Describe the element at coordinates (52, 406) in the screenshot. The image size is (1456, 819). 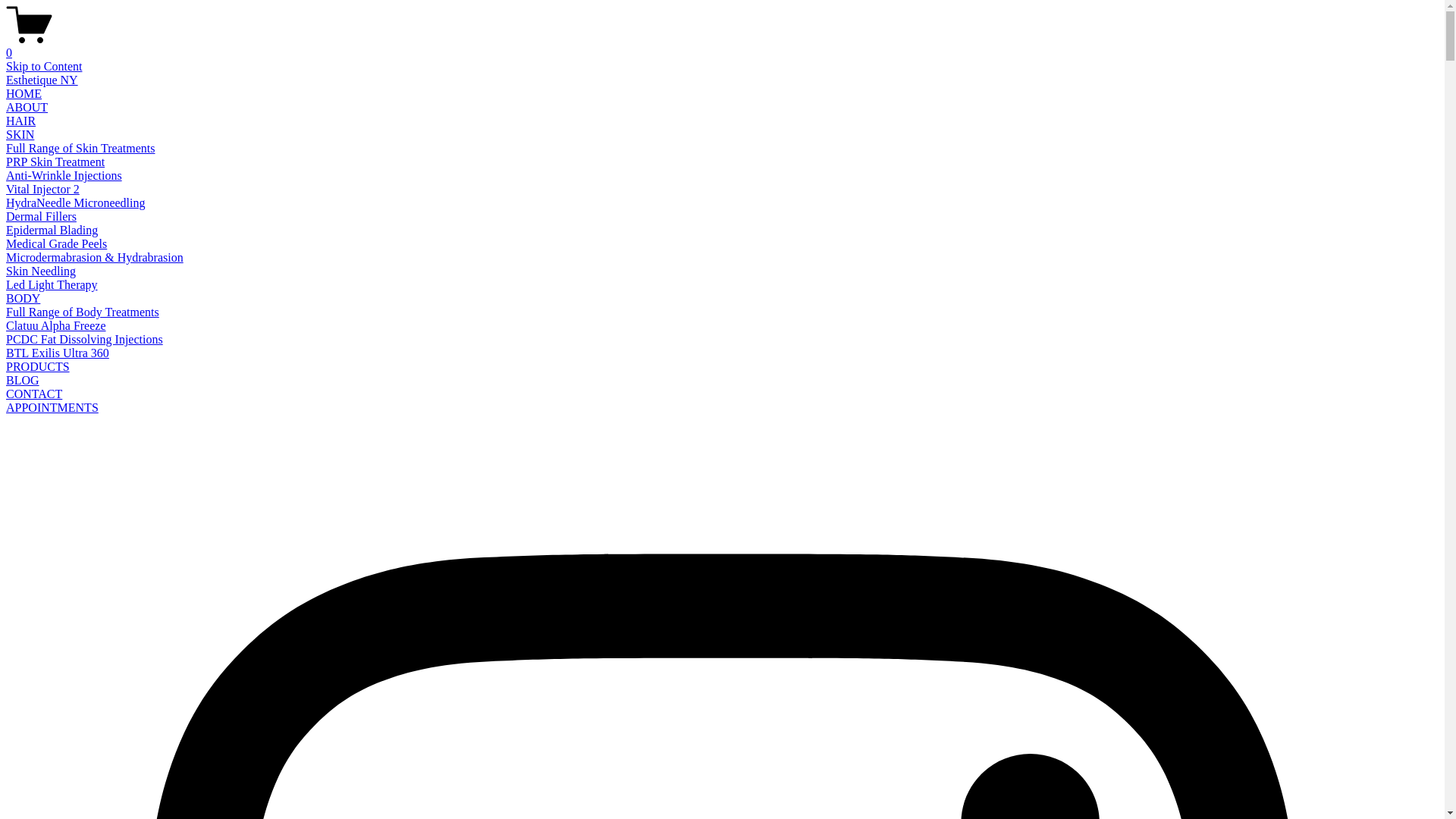
I see `'APPOINTMENTS'` at that location.